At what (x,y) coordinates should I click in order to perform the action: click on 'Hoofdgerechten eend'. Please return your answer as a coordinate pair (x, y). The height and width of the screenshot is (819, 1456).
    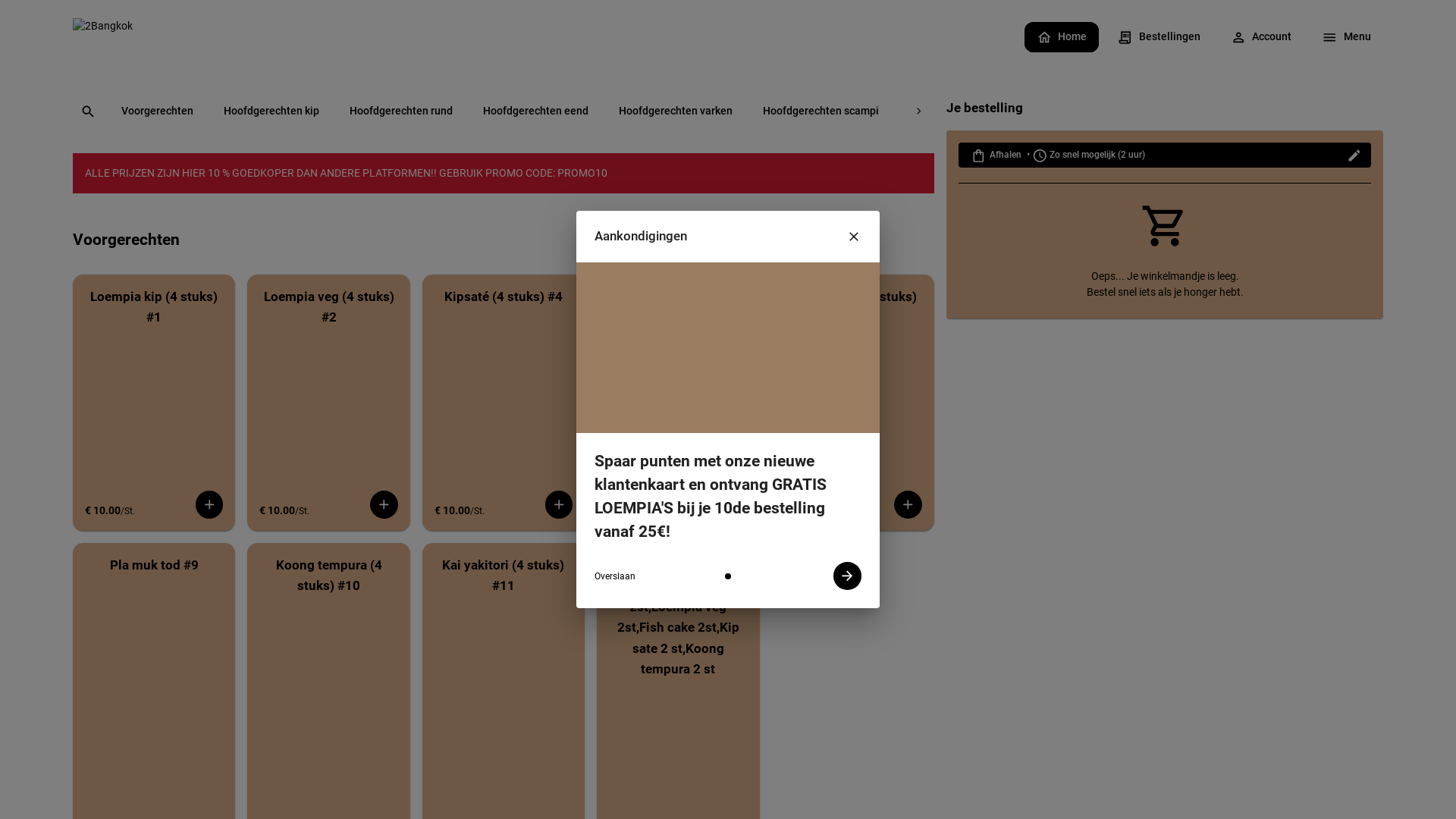
    Looking at the image, I should click on (535, 111).